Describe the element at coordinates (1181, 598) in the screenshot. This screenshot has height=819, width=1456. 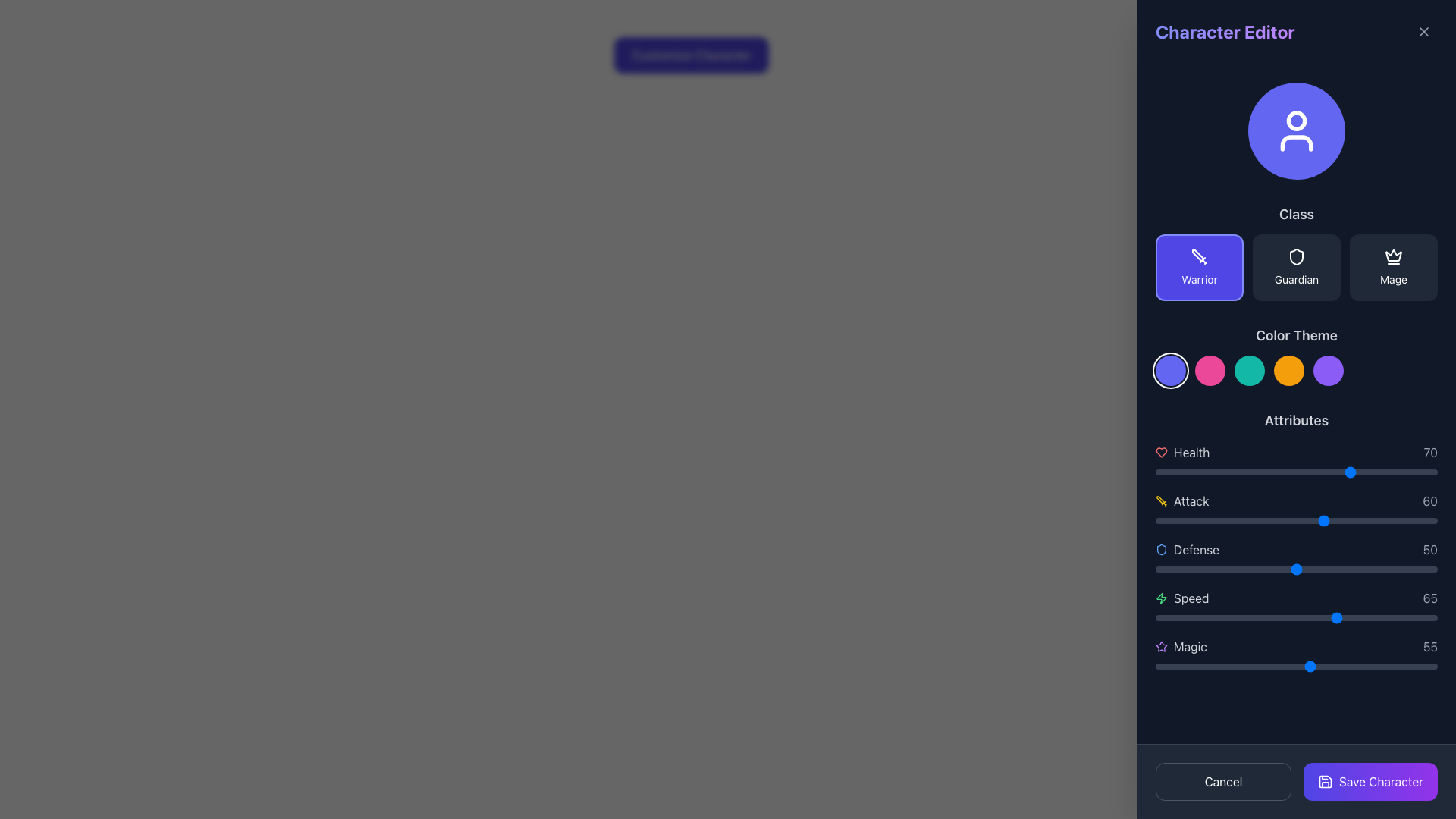
I see `'Speed' label, which is the fourth attribute in the 'Attributes' section of the 'Character Editor' interface, to associate it with its function` at that location.